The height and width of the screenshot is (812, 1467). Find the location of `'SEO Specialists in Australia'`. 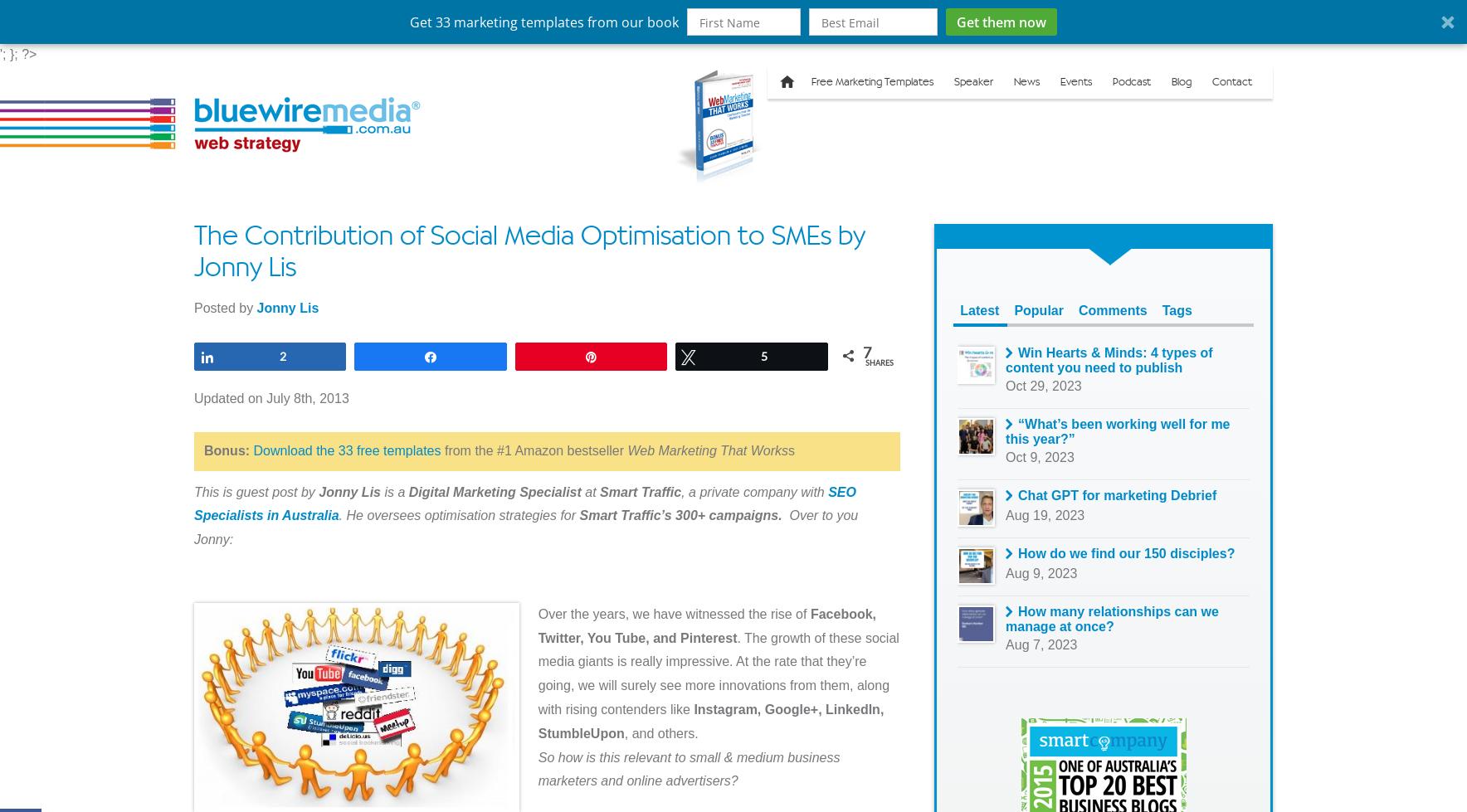

'SEO Specialists in Australia' is located at coordinates (524, 502).